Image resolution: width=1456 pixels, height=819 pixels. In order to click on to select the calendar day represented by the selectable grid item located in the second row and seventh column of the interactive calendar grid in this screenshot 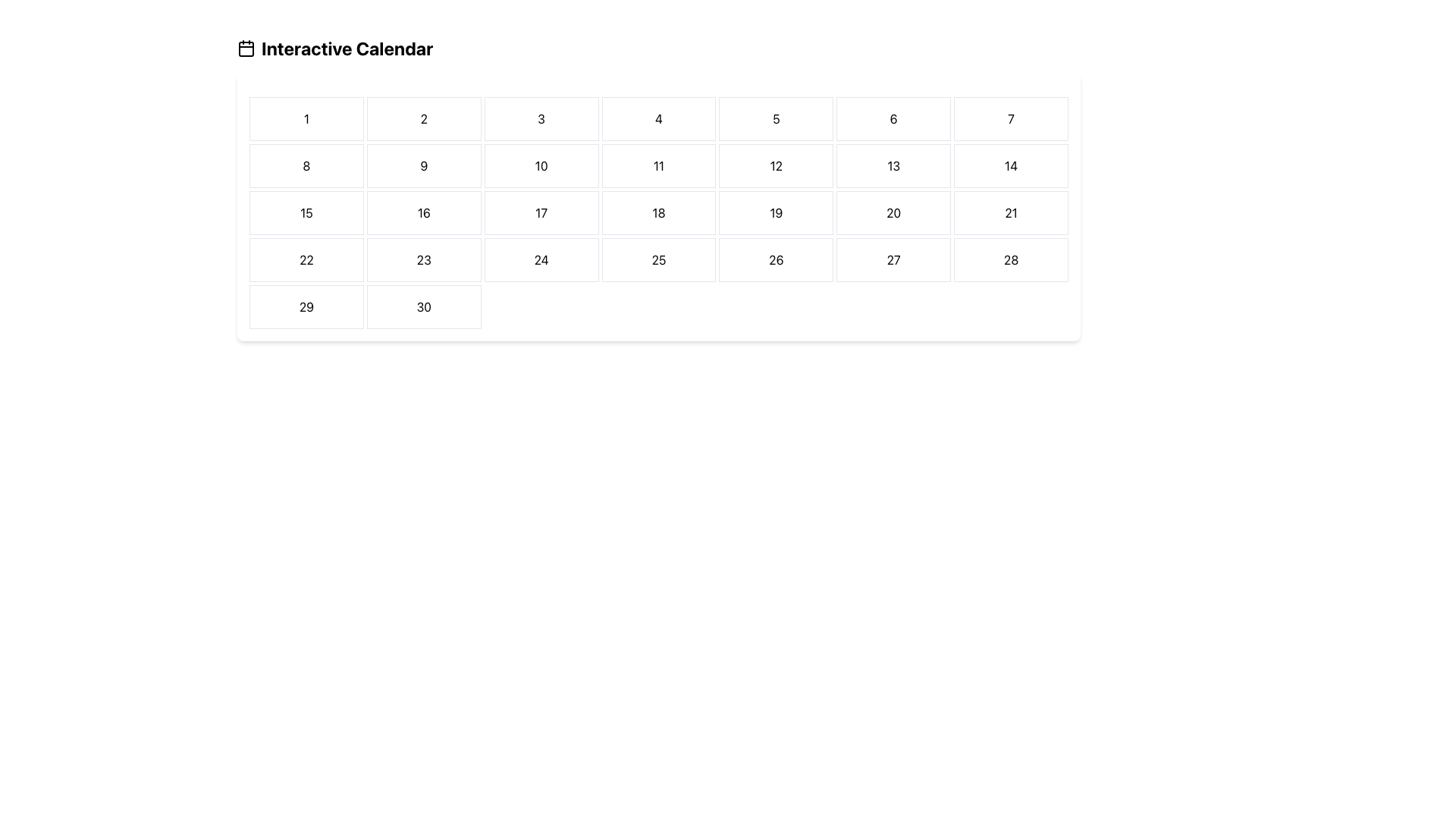, I will do `click(1011, 166)`.